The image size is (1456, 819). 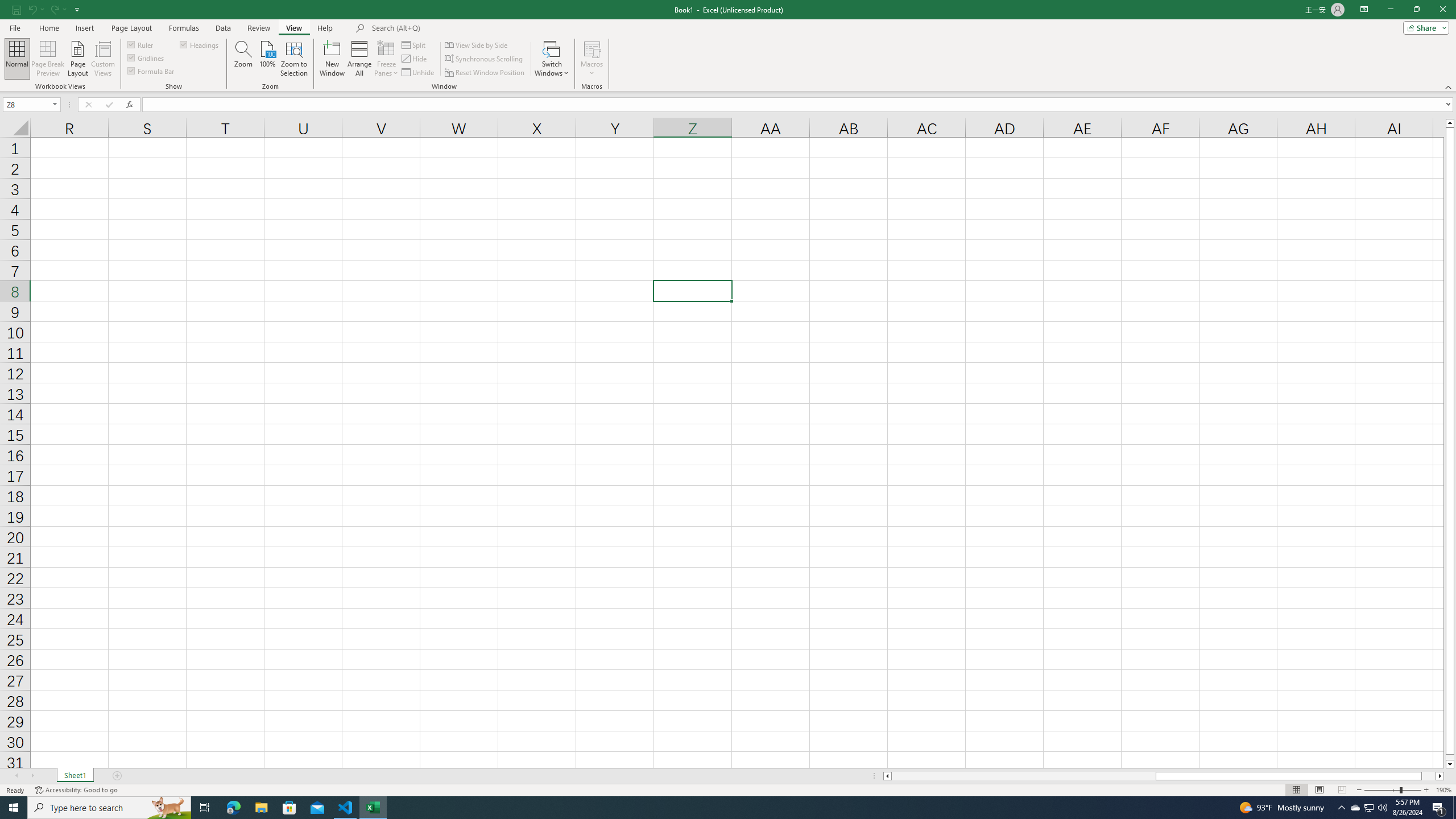 I want to click on 'Hide', so click(x=415, y=59).